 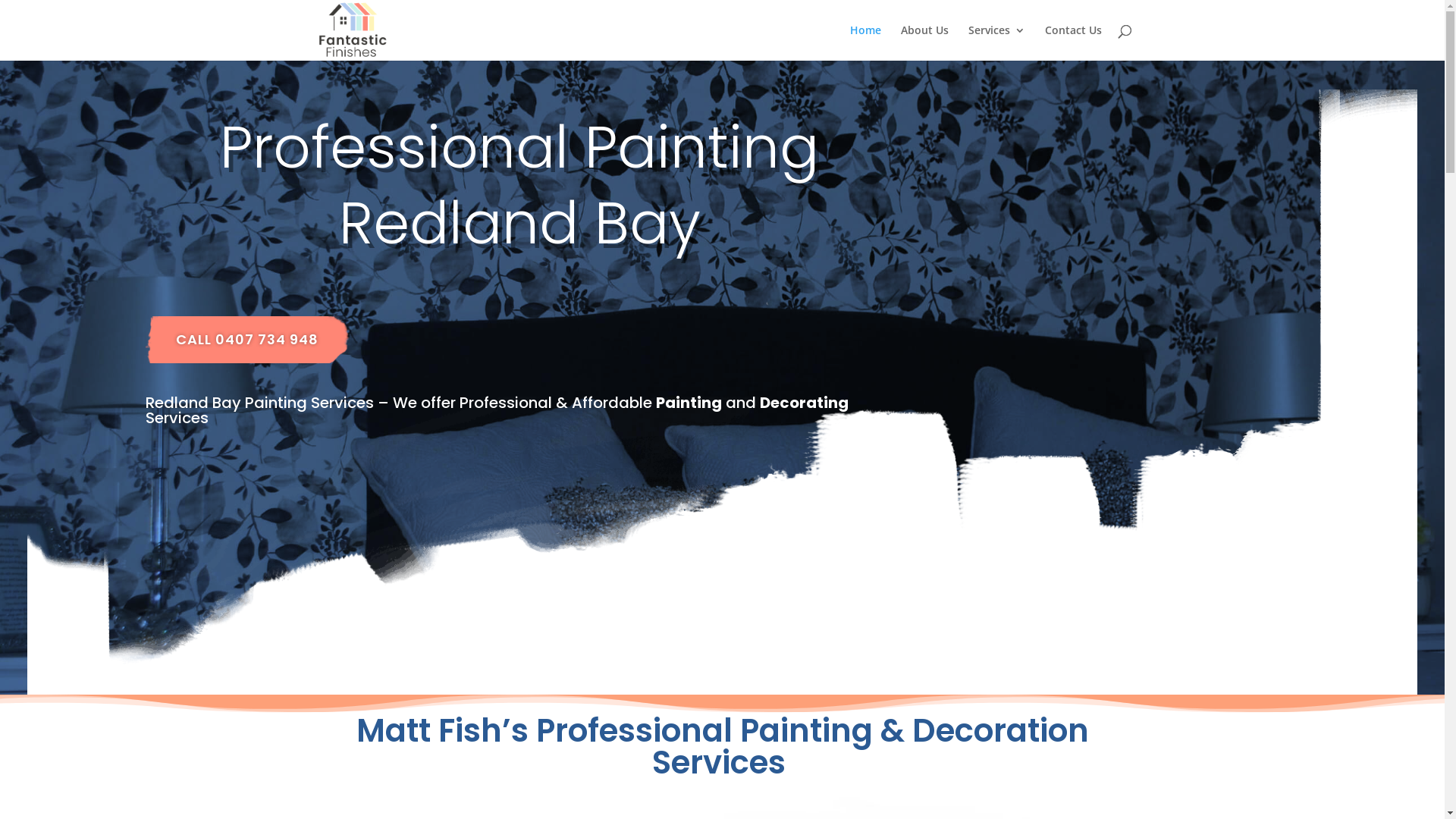 I want to click on 'Home', so click(x=864, y=42).